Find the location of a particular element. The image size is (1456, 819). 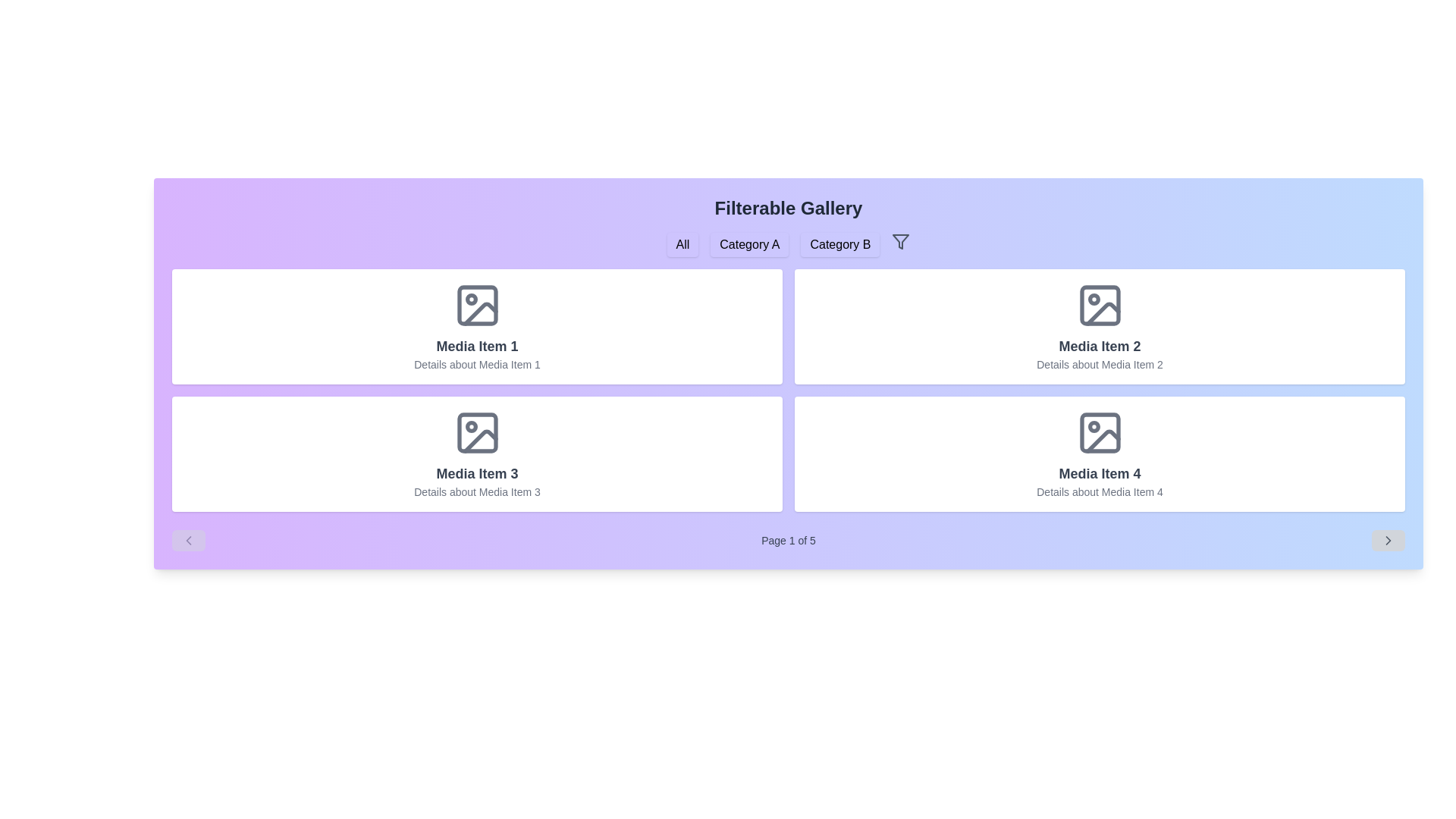

the filter icon located in the navigation toolbar of the gallery, which is the last icon among the filter category buttons is located at coordinates (901, 241).